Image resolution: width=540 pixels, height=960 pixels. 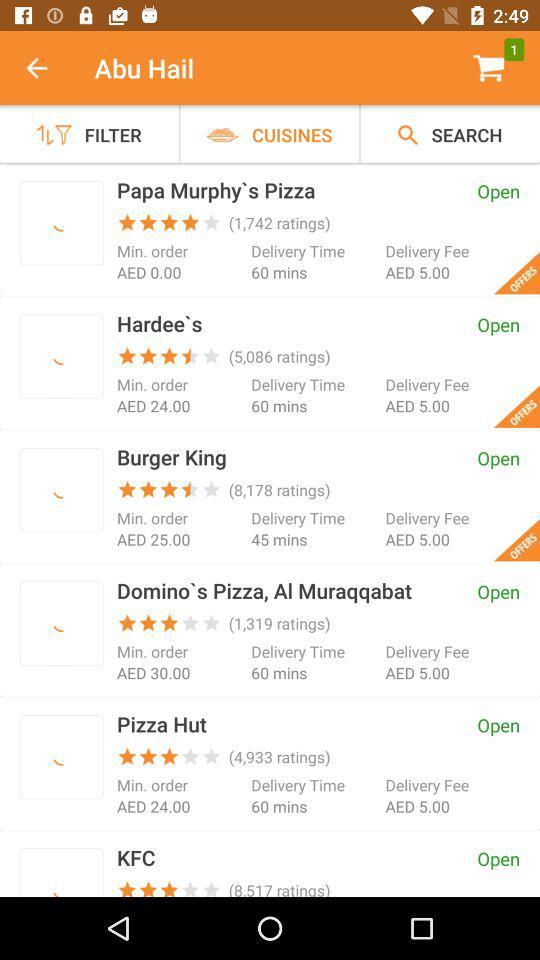 What do you see at coordinates (61, 875) in the screenshot?
I see `option` at bounding box center [61, 875].